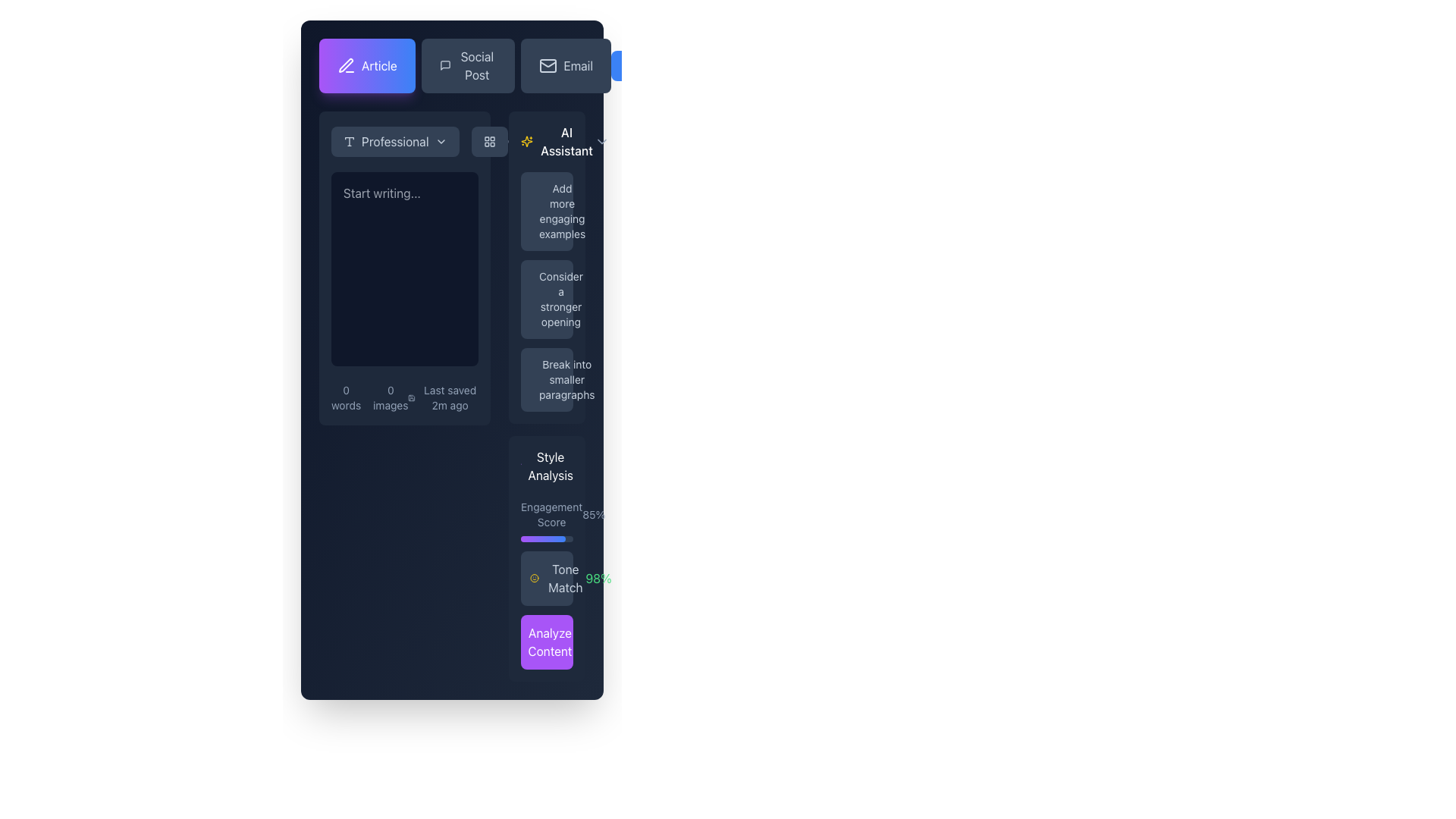 This screenshot has width=1456, height=819. Describe the element at coordinates (546, 642) in the screenshot. I see `the button located at the bottom-right corner of the panel under the 'Style Analysis' section, which triggers hover effects` at that location.